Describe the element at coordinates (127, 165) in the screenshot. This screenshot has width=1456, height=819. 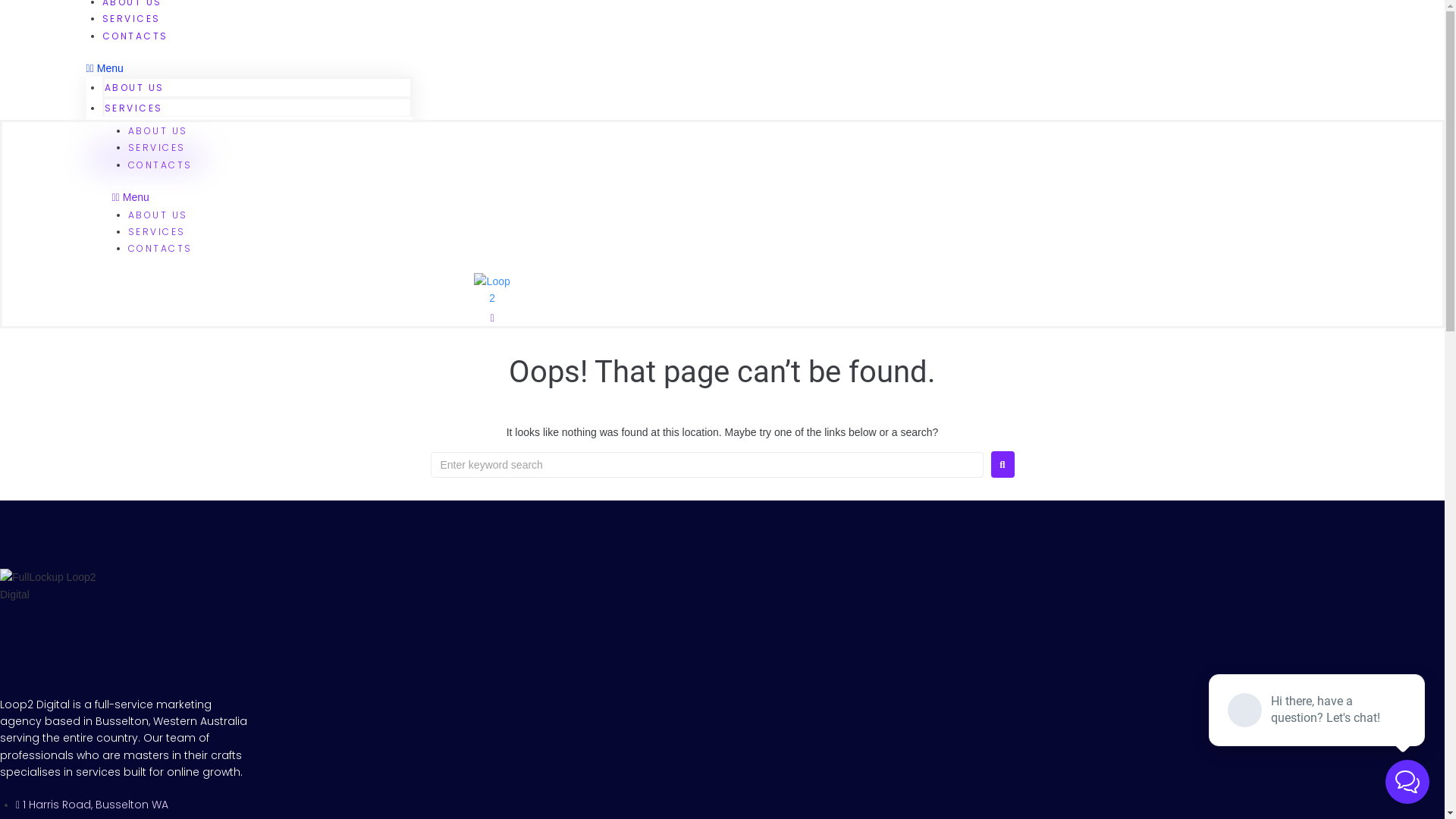
I see `'CONTACTS'` at that location.